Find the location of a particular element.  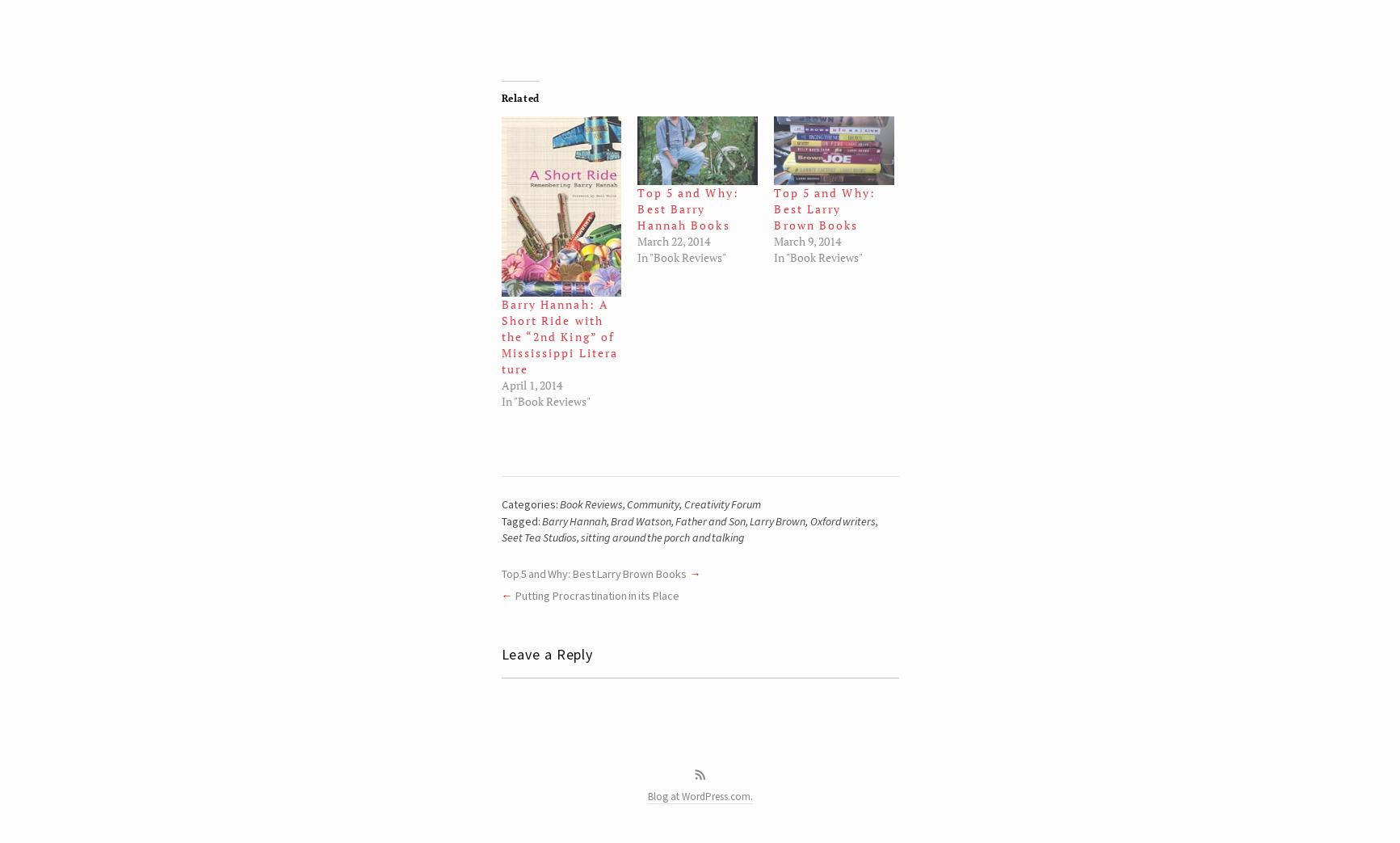

'Putting Procrastination in its Place' is located at coordinates (596, 595).